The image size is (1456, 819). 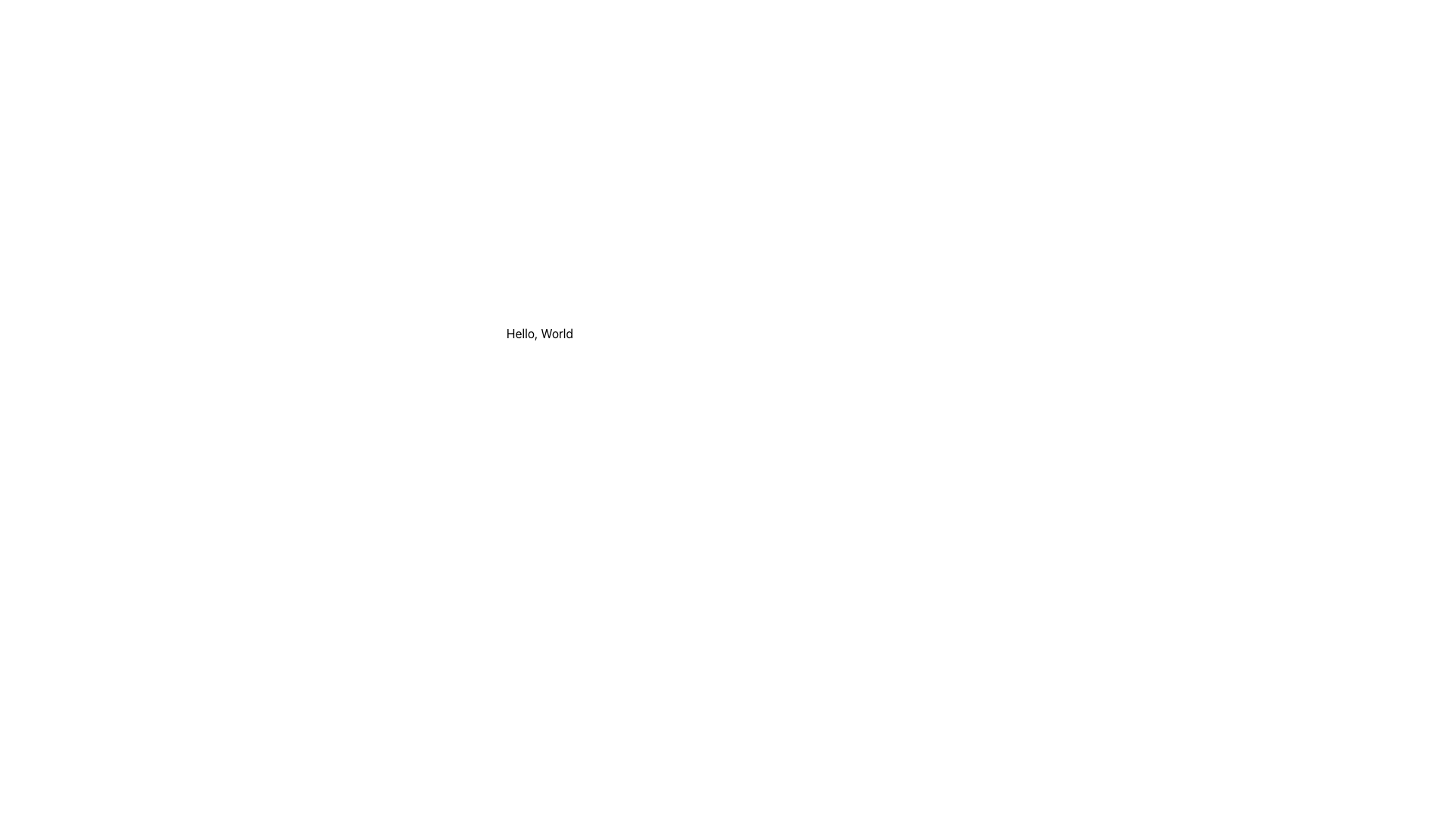 What do you see at coordinates (539, 332) in the screenshot?
I see `the text element displaying 'Hello, World', which is centrally aligned in a large rectangular block with a white background` at bounding box center [539, 332].